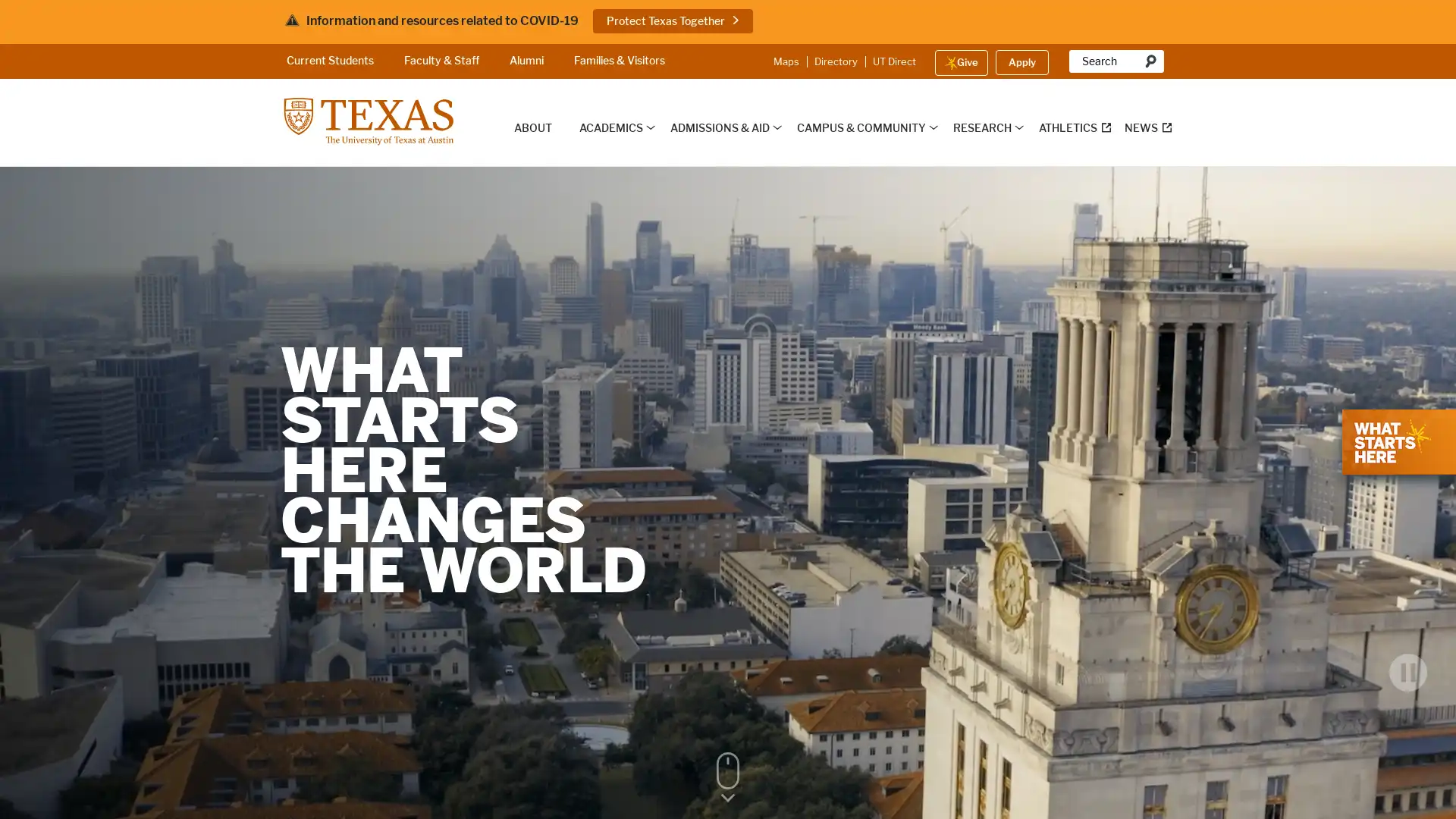 Image resolution: width=1456 pixels, height=819 pixels. I want to click on Pause button Pause button, so click(1407, 693).